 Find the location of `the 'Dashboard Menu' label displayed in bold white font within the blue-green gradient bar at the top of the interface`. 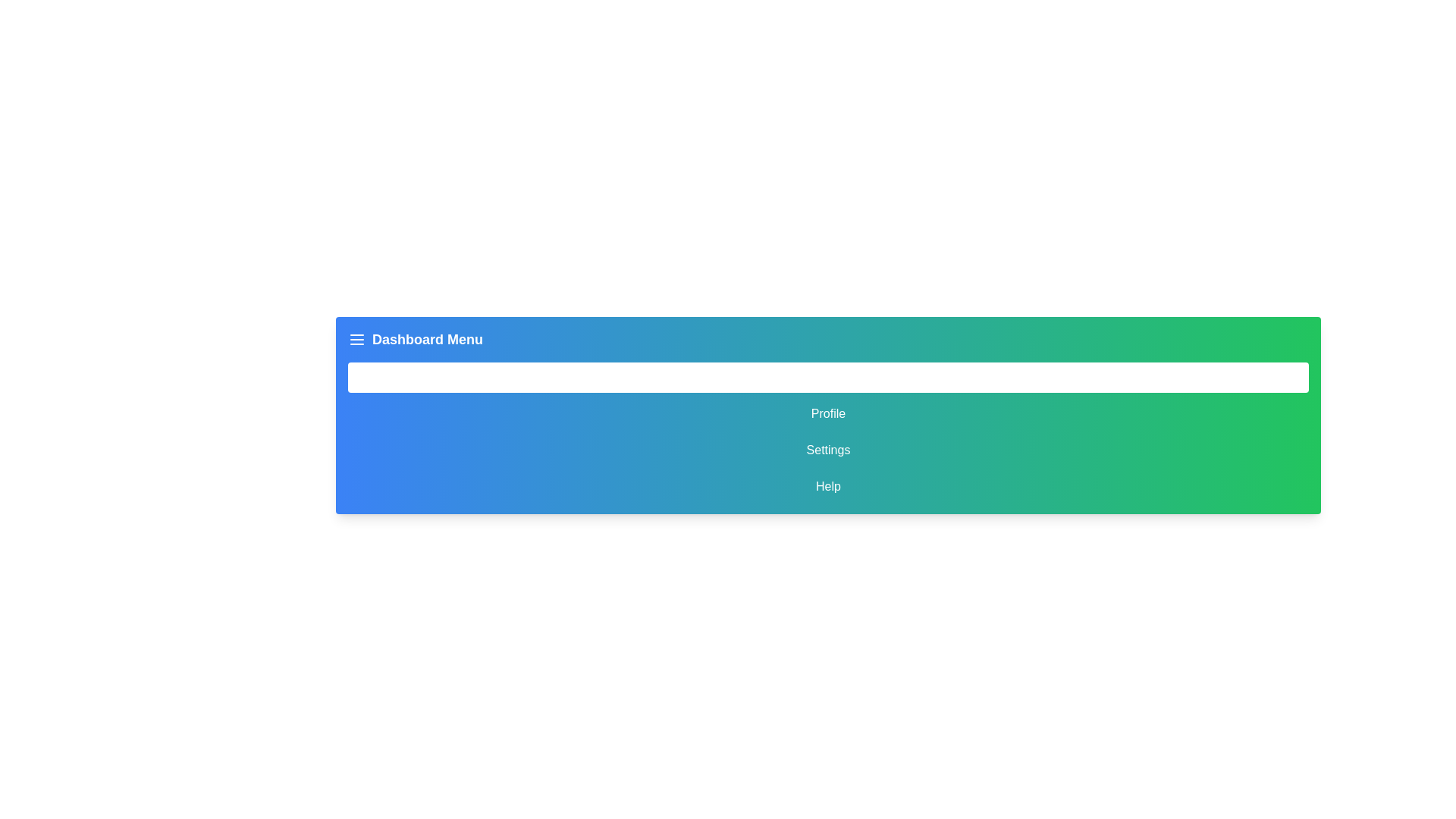

the 'Dashboard Menu' label displayed in bold white font within the blue-green gradient bar at the top of the interface is located at coordinates (427, 338).